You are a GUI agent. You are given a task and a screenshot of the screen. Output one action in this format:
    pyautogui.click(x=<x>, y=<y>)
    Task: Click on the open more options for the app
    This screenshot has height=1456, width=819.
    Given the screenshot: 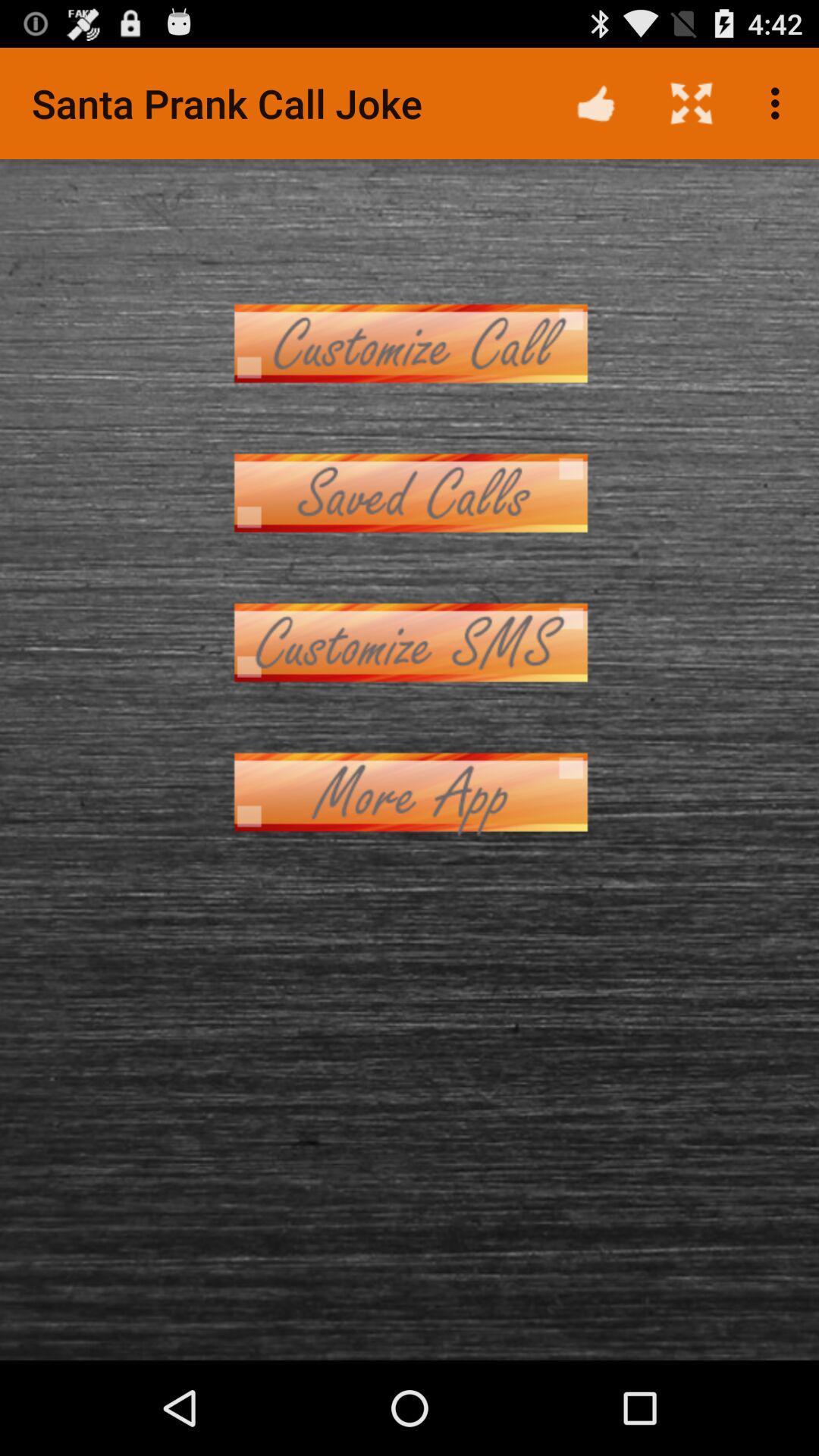 What is the action you would take?
    pyautogui.click(x=409, y=791)
    